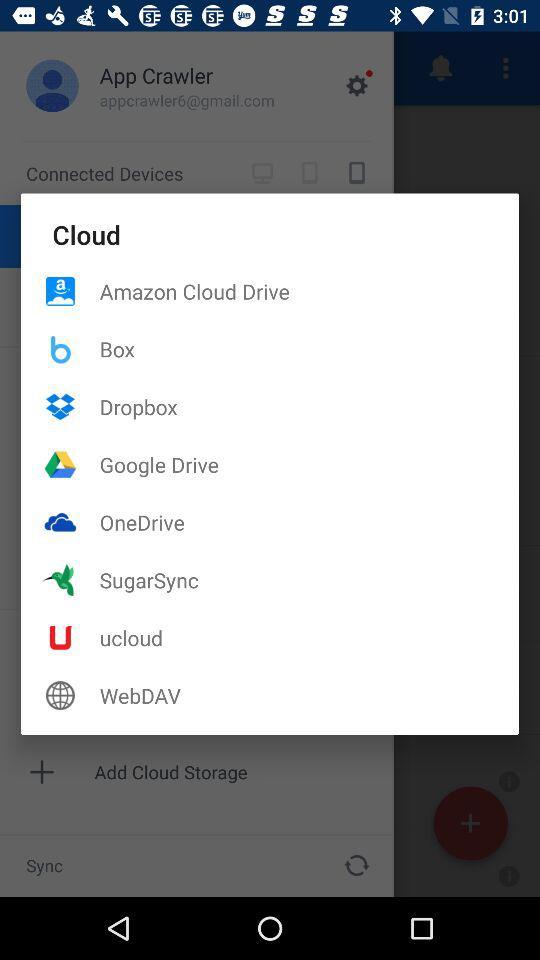 The image size is (540, 960). Describe the element at coordinates (309, 521) in the screenshot. I see `icon above the sugarsync` at that location.